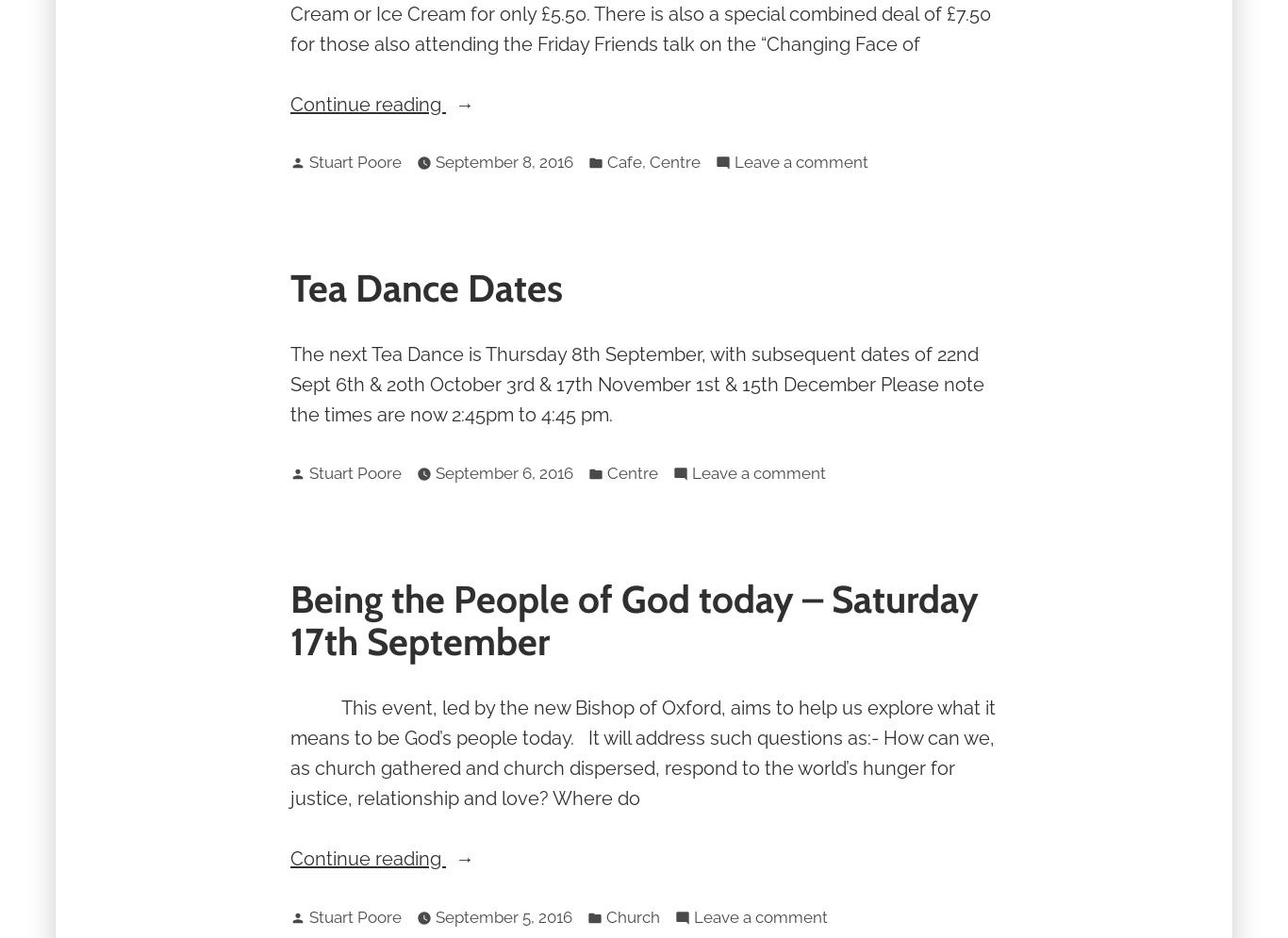 The image size is (1288, 938). I want to click on 'September 8, 2016', so click(504, 162).